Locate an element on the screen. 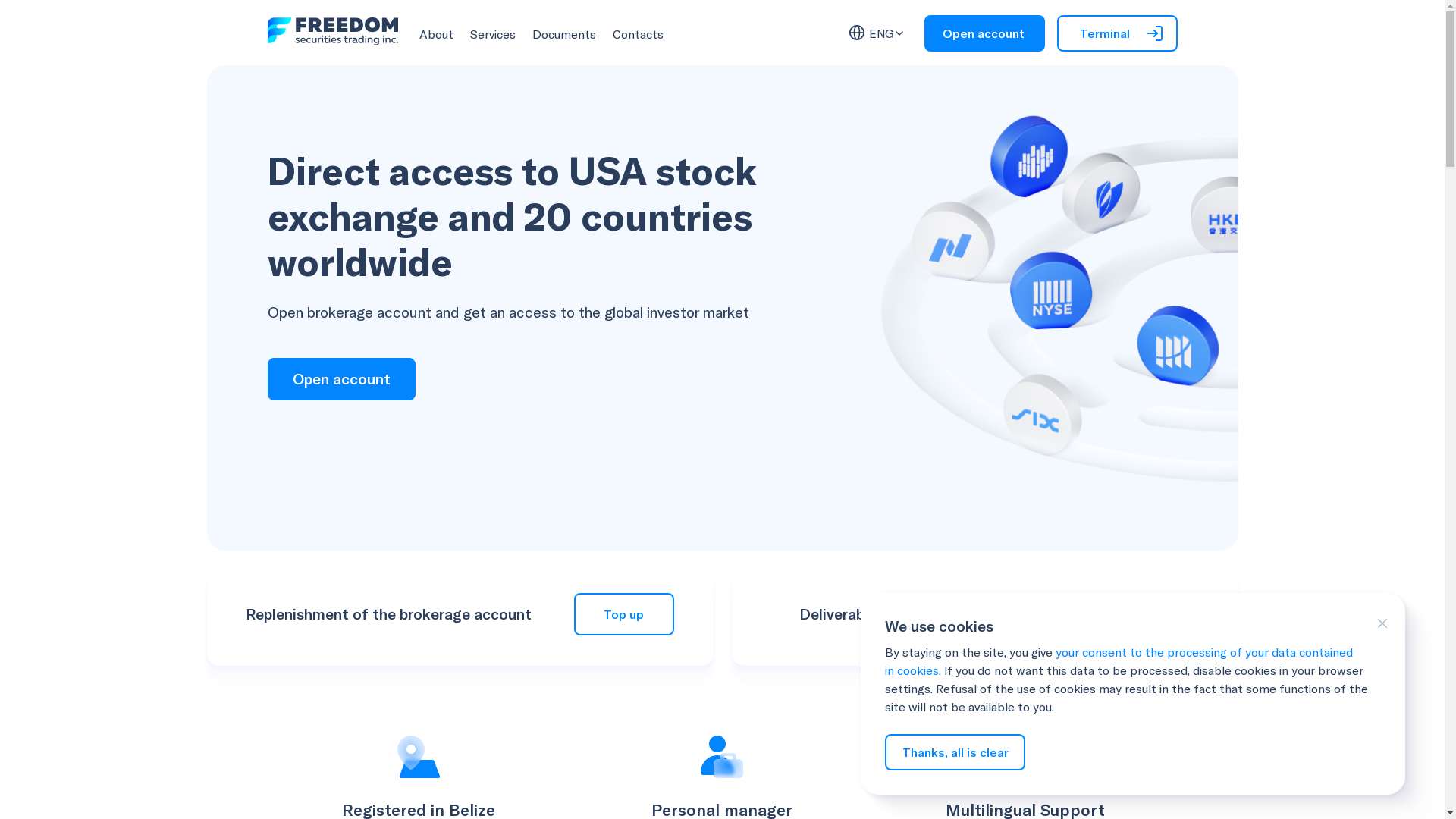 The width and height of the screenshot is (1456, 819). 'Thanks, all is clear' is located at coordinates (954, 752).